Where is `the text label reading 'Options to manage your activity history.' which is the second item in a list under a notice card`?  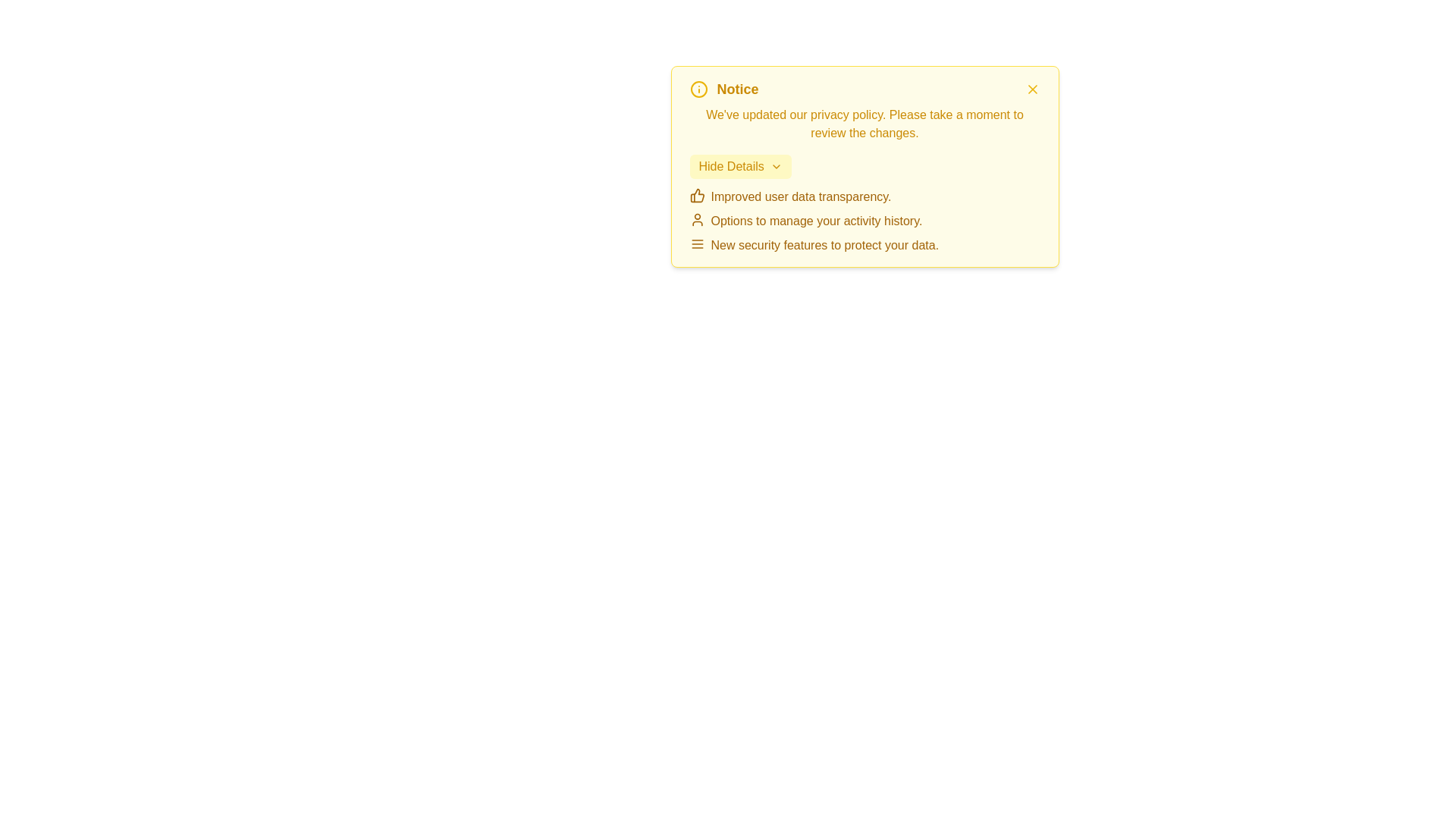 the text label reading 'Options to manage your activity history.' which is the second item in a list under a notice card is located at coordinates (815, 221).